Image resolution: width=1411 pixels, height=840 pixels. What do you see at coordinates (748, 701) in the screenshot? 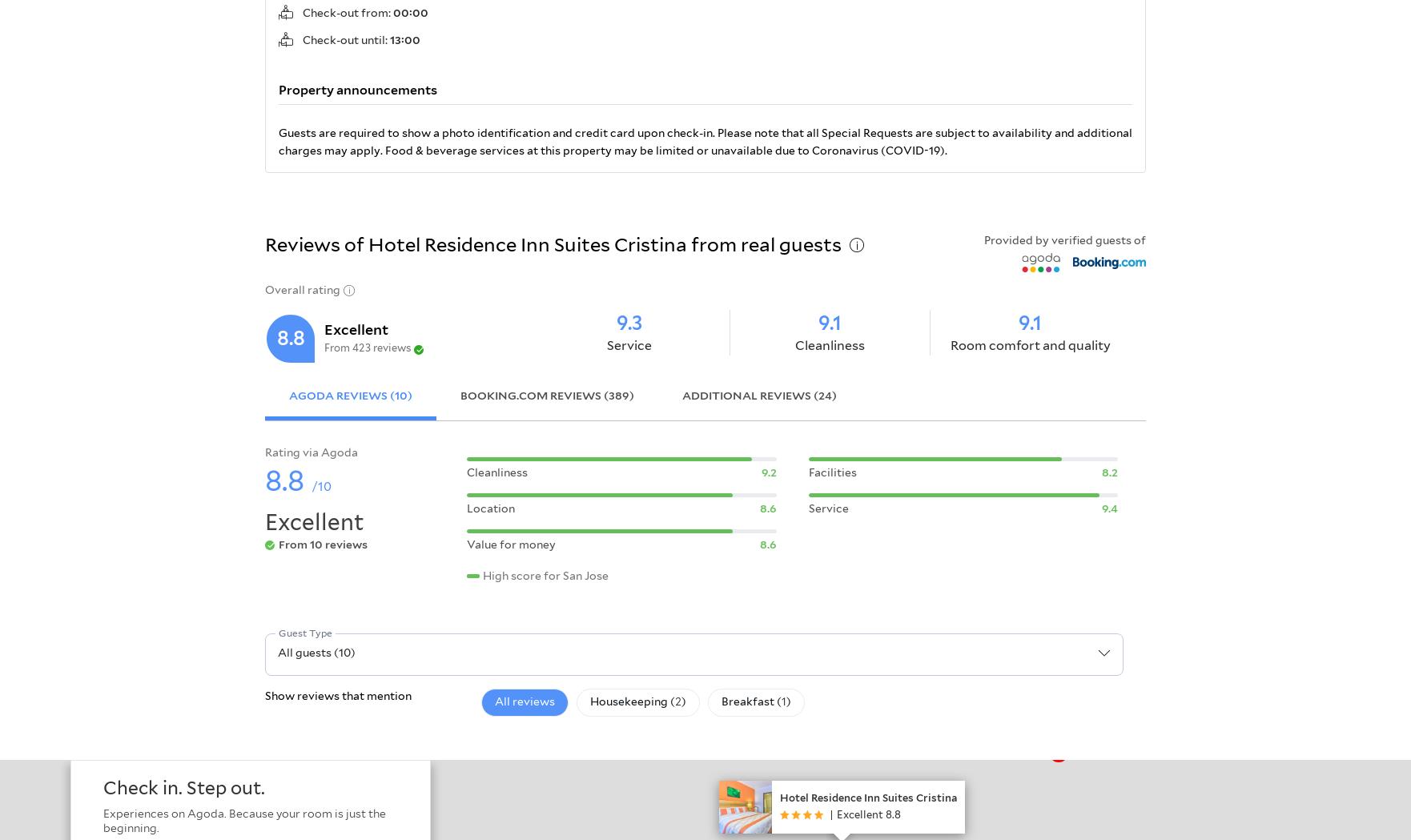
I see `'Breakfast'` at bounding box center [748, 701].